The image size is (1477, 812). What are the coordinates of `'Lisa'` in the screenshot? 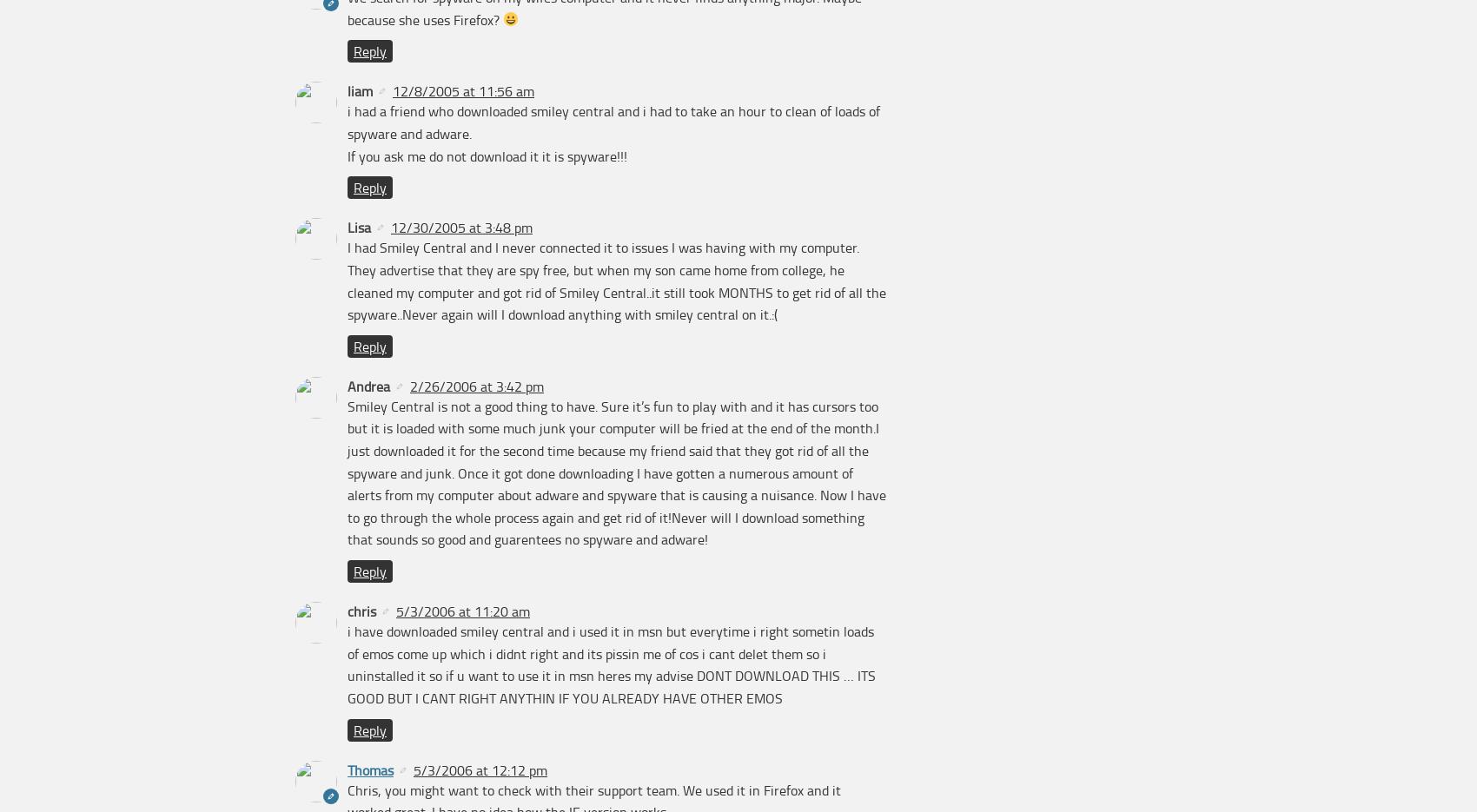 It's located at (358, 226).